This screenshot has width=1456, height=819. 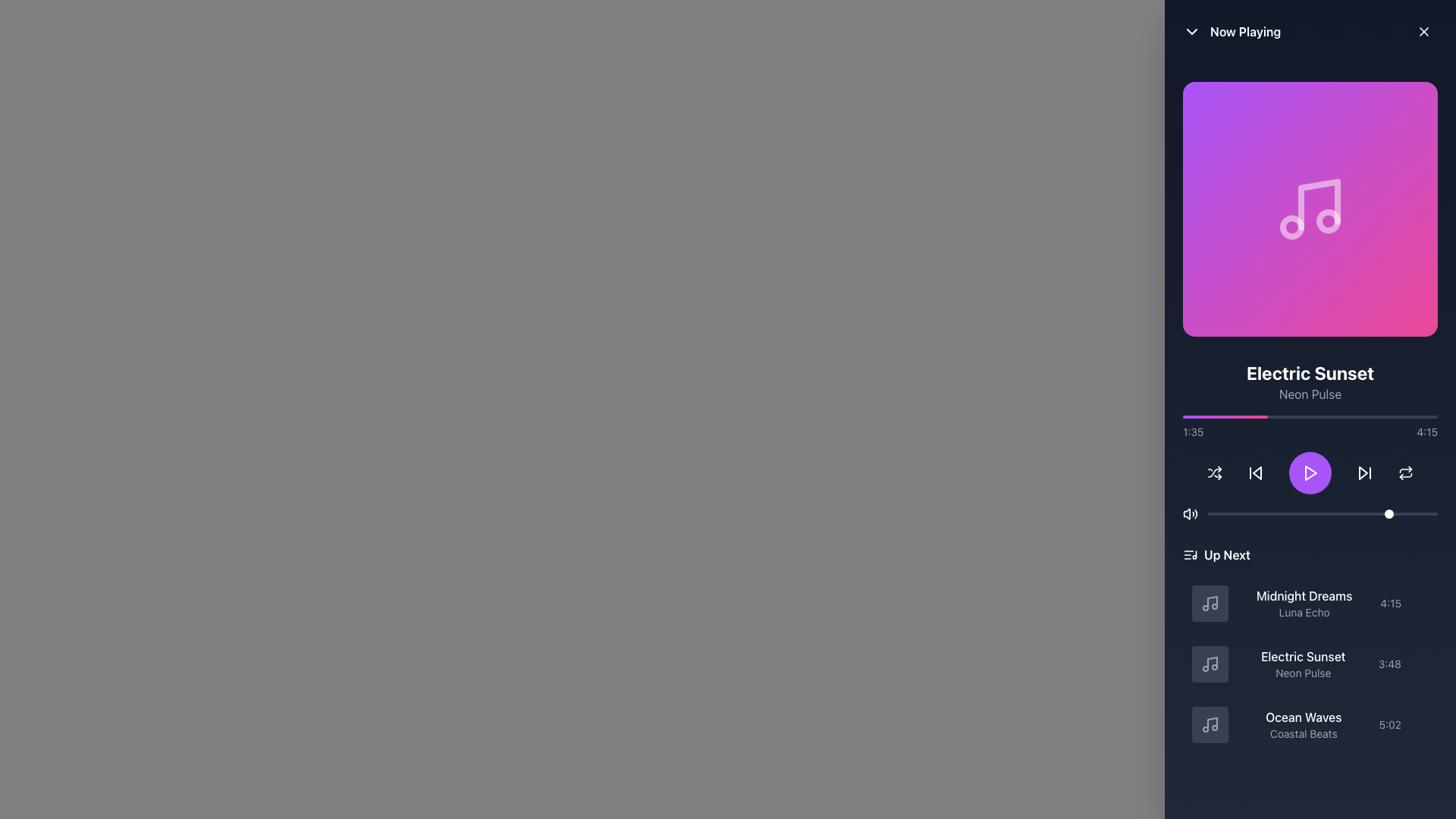 I want to click on the text label displaying '4:15', which indicates the duration of the track, located to the right of 'Midnight Dreams' and 'Luna Echo', so click(x=1391, y=602).